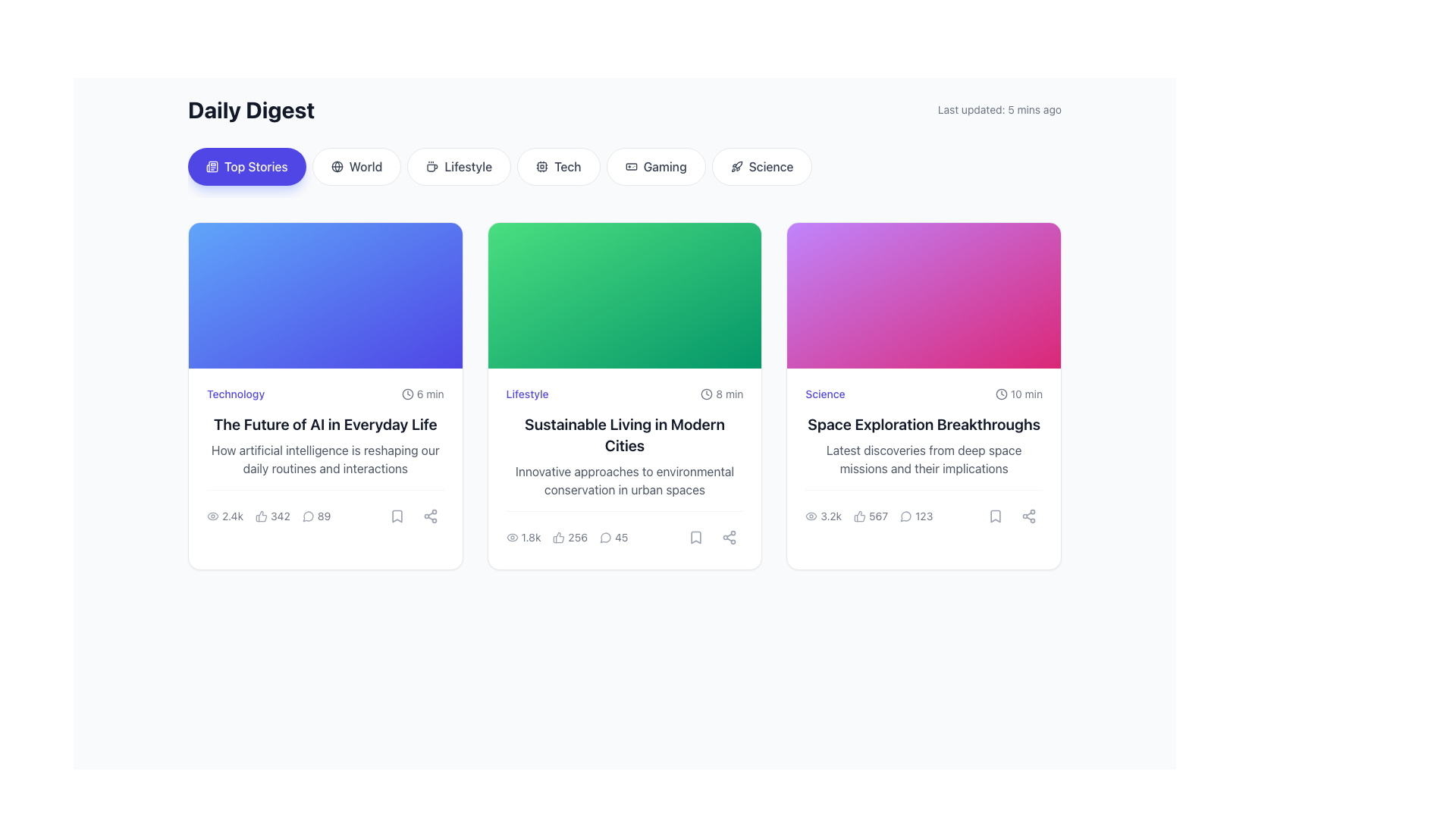 Image resolution: width=1456 pixels, height=819 pixels. Describe the element at coordinates (613, 537) in the screenshot. I see `the icon and number '45' displayed in gray font next to a speech bubble icon, located in the bottom section of the middle card related to the 'Sustainable Living in Modern Cities' article` at that location.